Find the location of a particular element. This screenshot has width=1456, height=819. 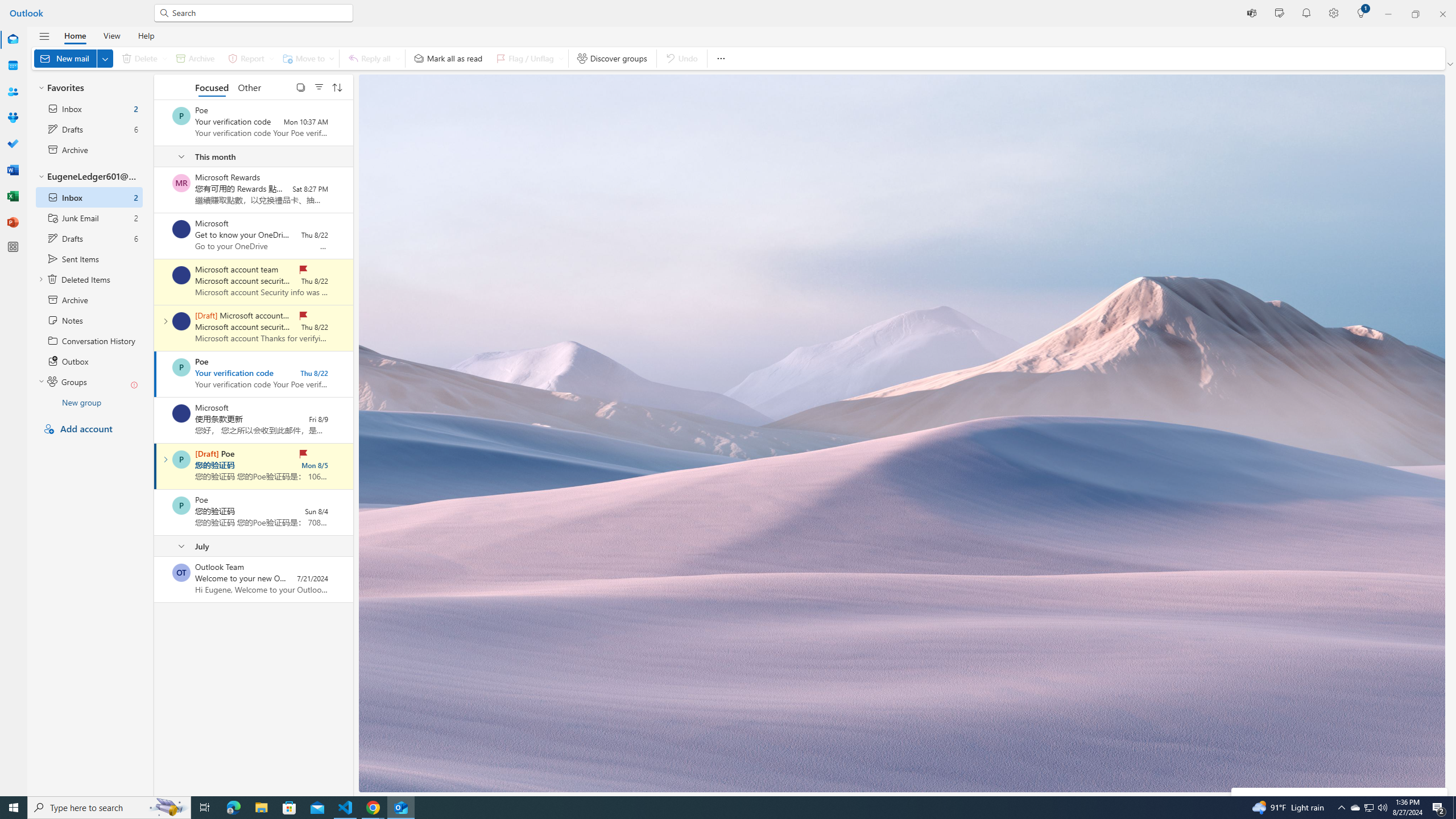

'Expand to see delete options' is located at coordinates (164, 58).